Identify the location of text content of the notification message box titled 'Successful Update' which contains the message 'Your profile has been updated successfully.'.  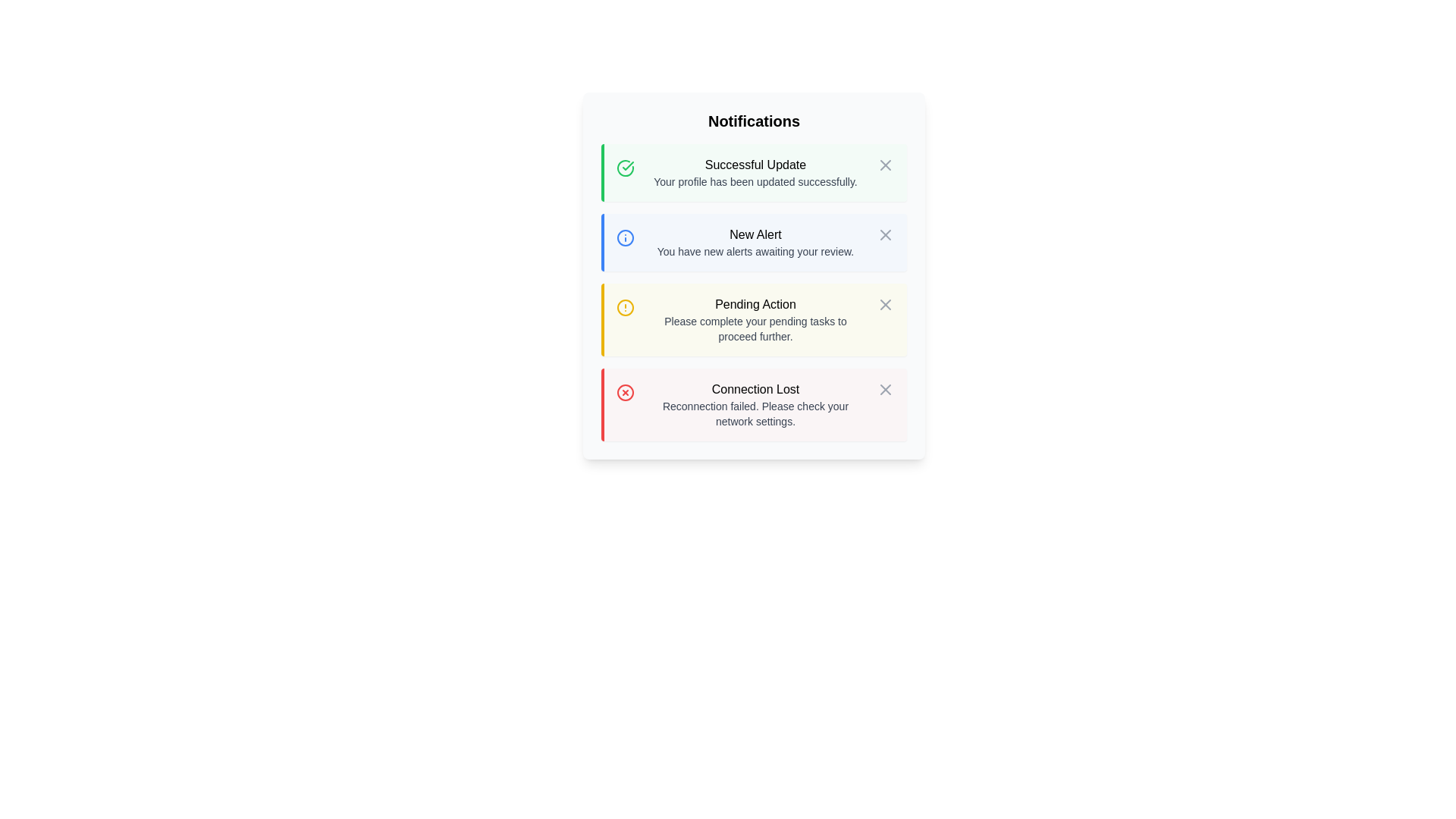
(755, 171).